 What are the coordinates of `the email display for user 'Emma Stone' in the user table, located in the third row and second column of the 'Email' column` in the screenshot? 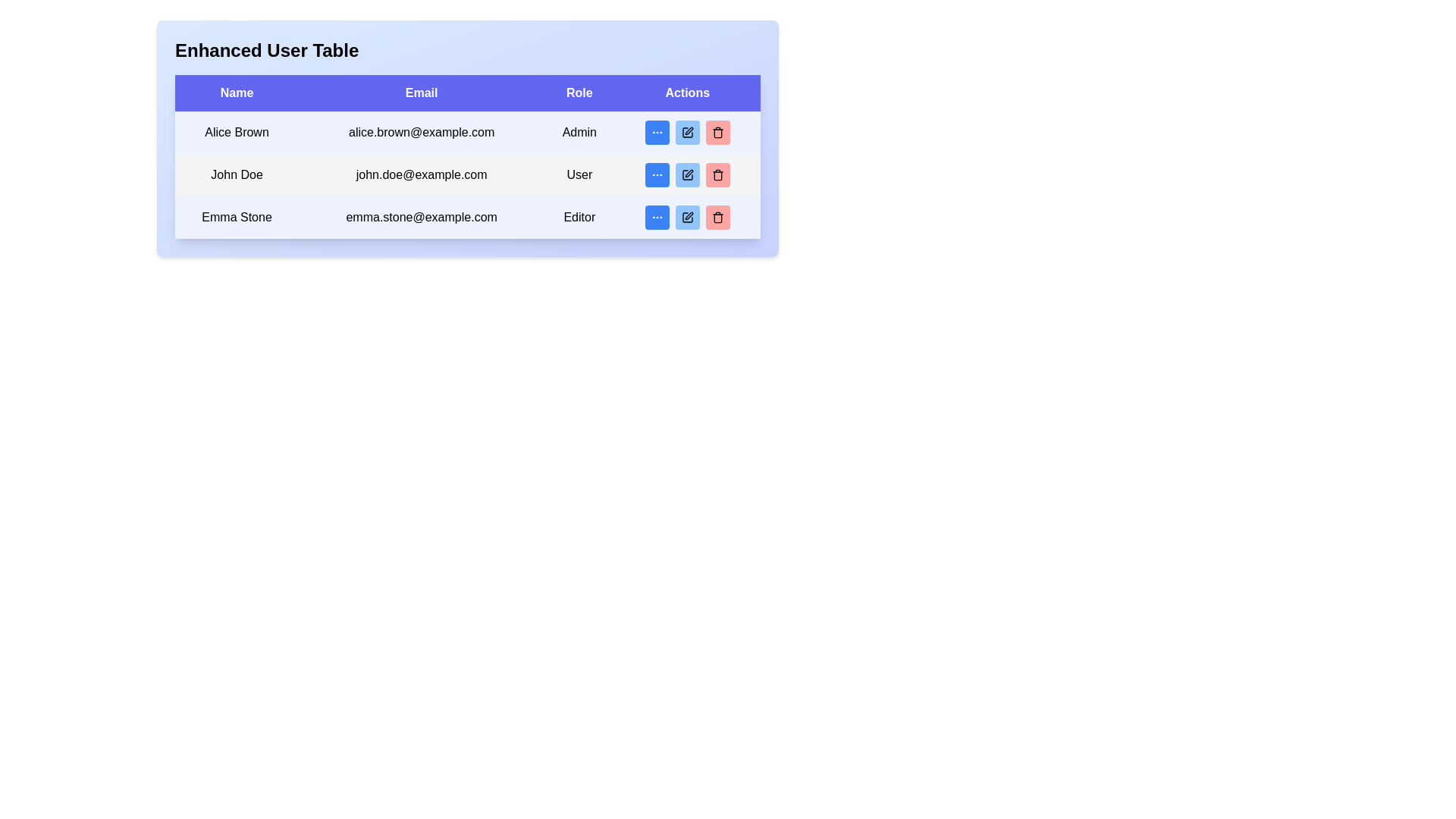 It's located at (422, 217).